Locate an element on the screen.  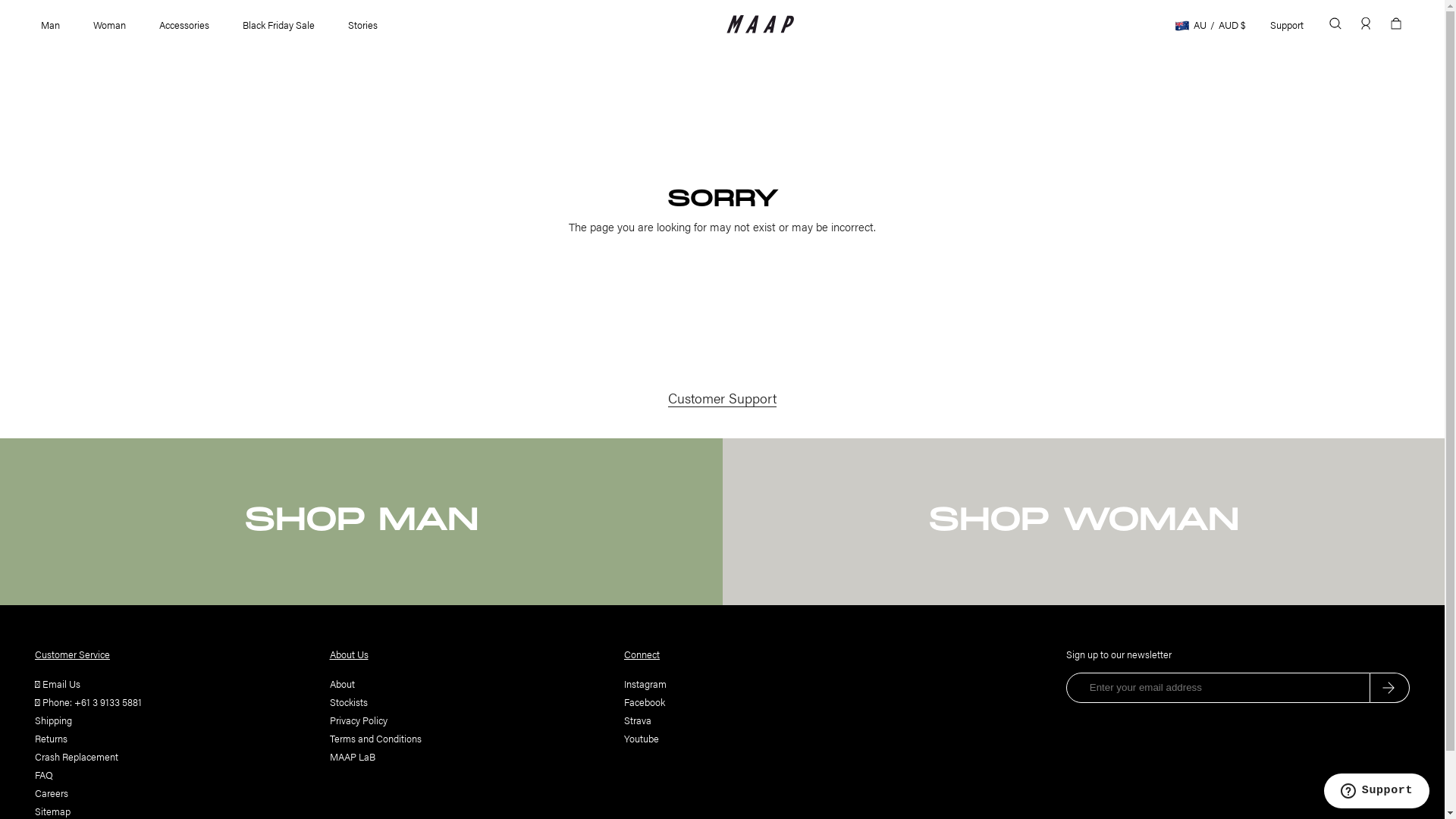
'AU is located at coordinates (1210, 24).